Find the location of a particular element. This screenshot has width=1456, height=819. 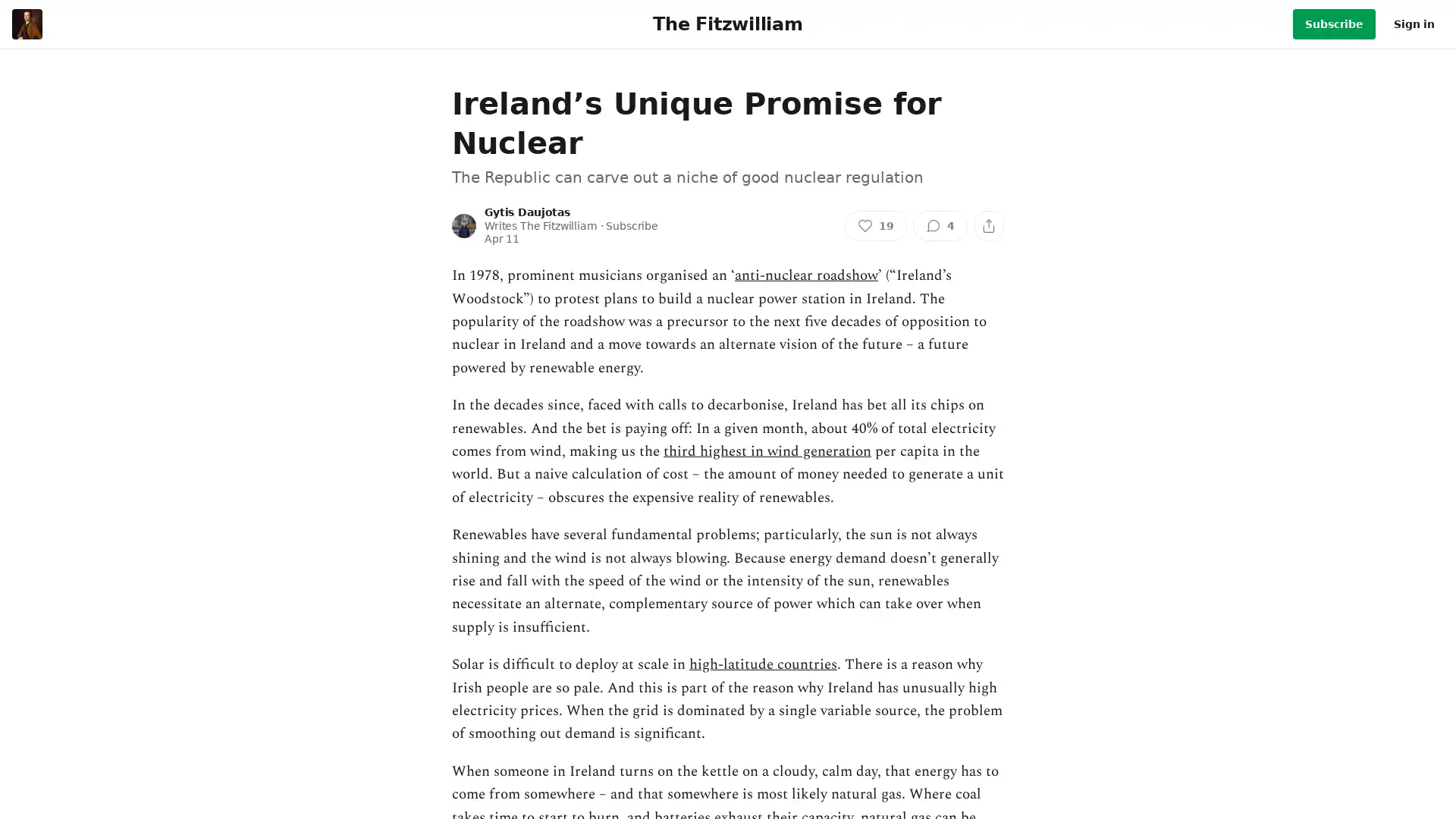

Sign in is located at coordinates (1414, 24).